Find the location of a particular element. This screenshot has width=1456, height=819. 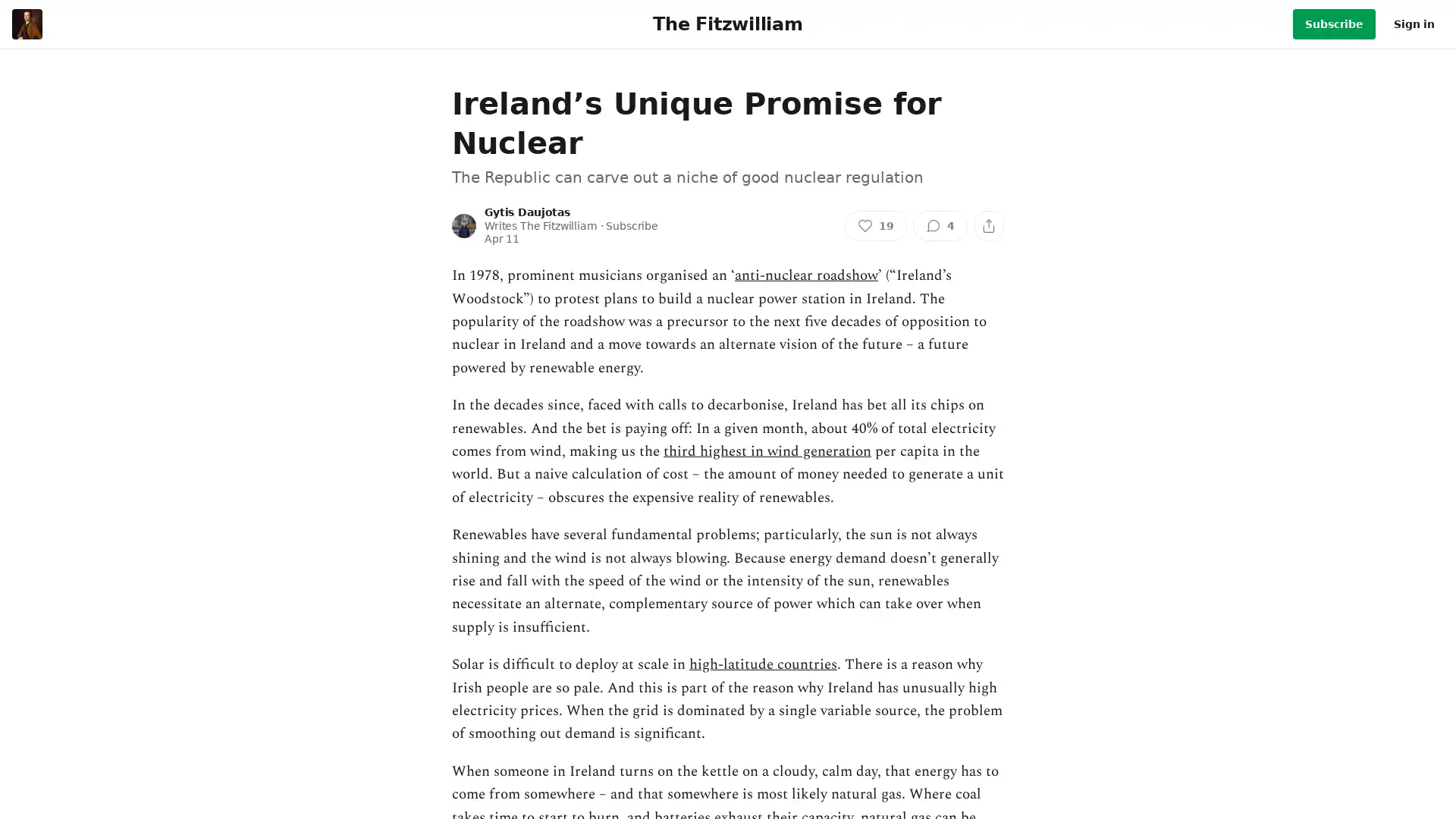

Sign in is located at coordinates (1414, 24).